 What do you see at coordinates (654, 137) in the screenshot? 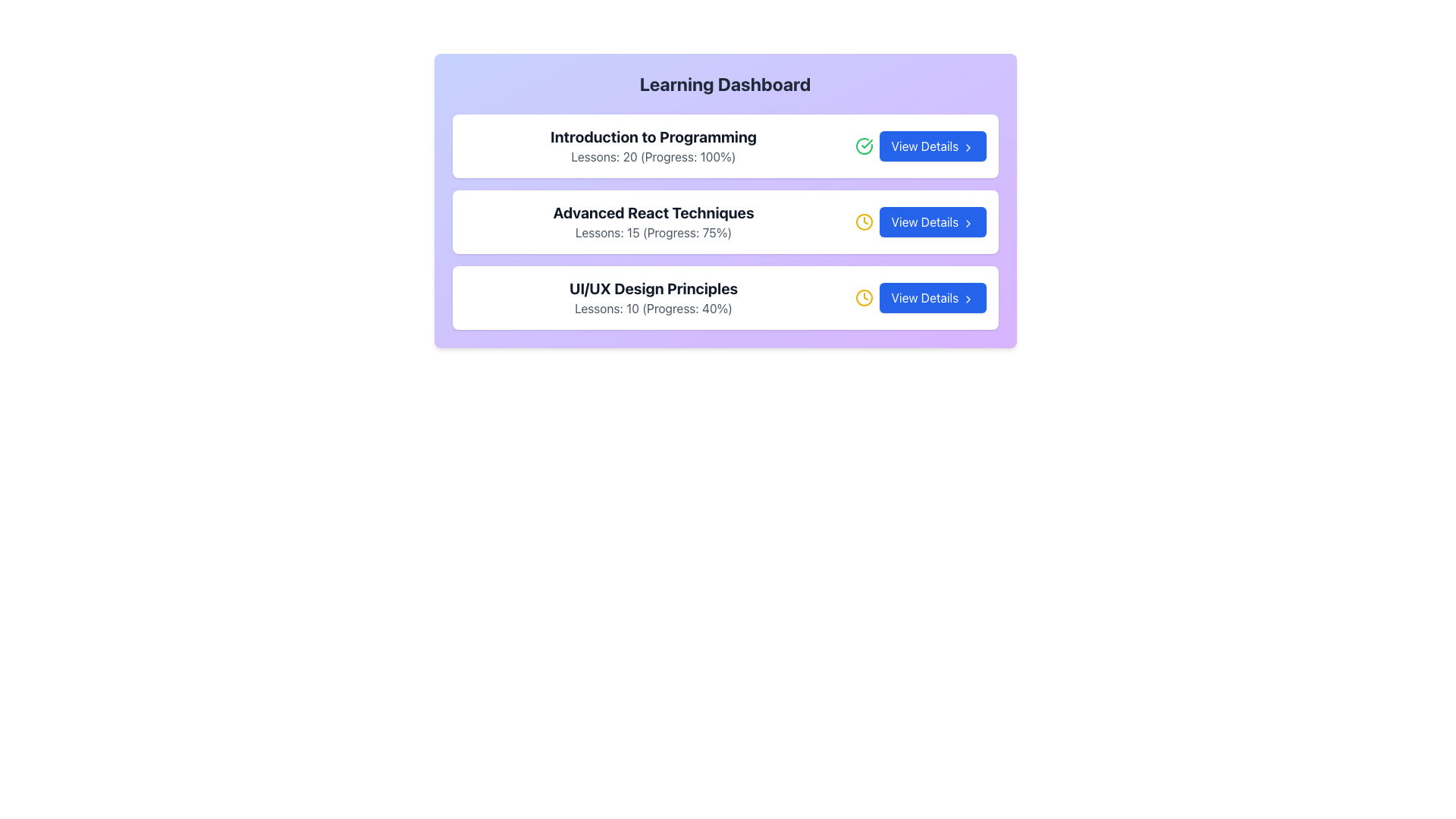
I see `the text 'Introduction to Programming' displayed in bold and large font size, which is located near the top of the dashboard interface` at bounding box center [654, 137].